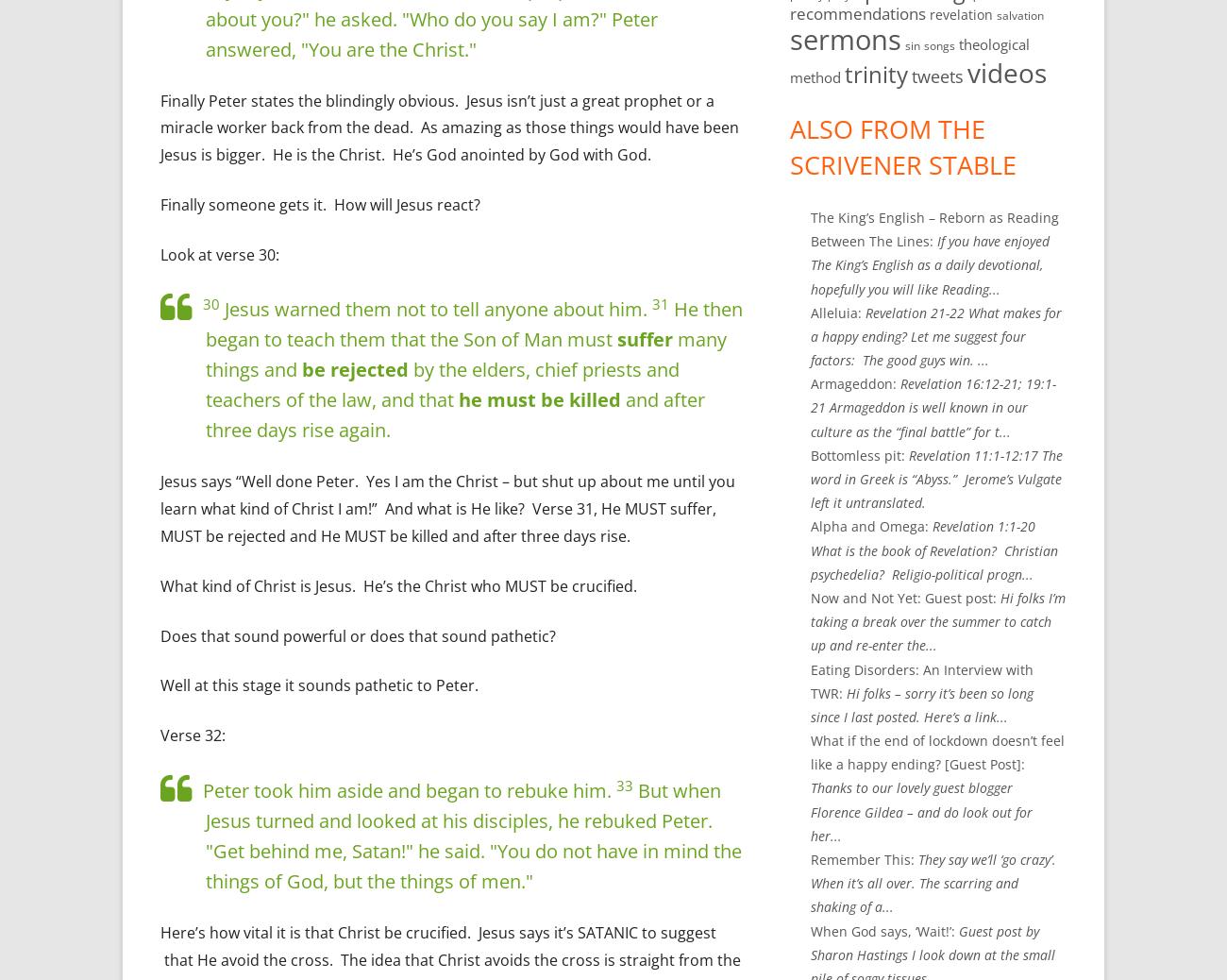 The height and width of the screenshot is (980, 1227). I want to click on 'Revelation 16:12-21; 19:1-21 Armageddon is well known in our culture as the “final battle” for t...', so click(933, 407).